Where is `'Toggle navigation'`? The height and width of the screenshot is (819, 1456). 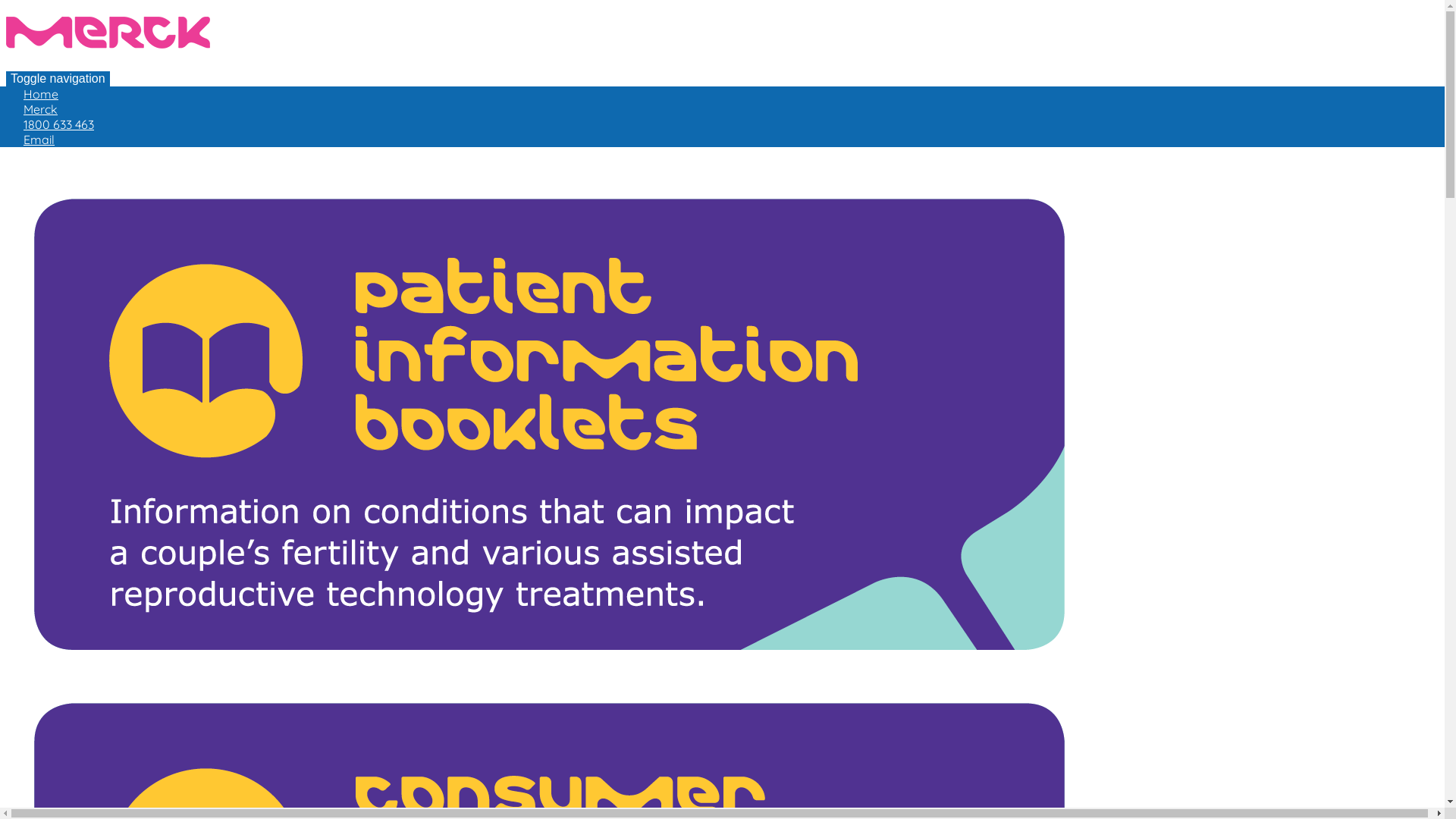
'Toggle navigation' is located at coordinates (58, 79).